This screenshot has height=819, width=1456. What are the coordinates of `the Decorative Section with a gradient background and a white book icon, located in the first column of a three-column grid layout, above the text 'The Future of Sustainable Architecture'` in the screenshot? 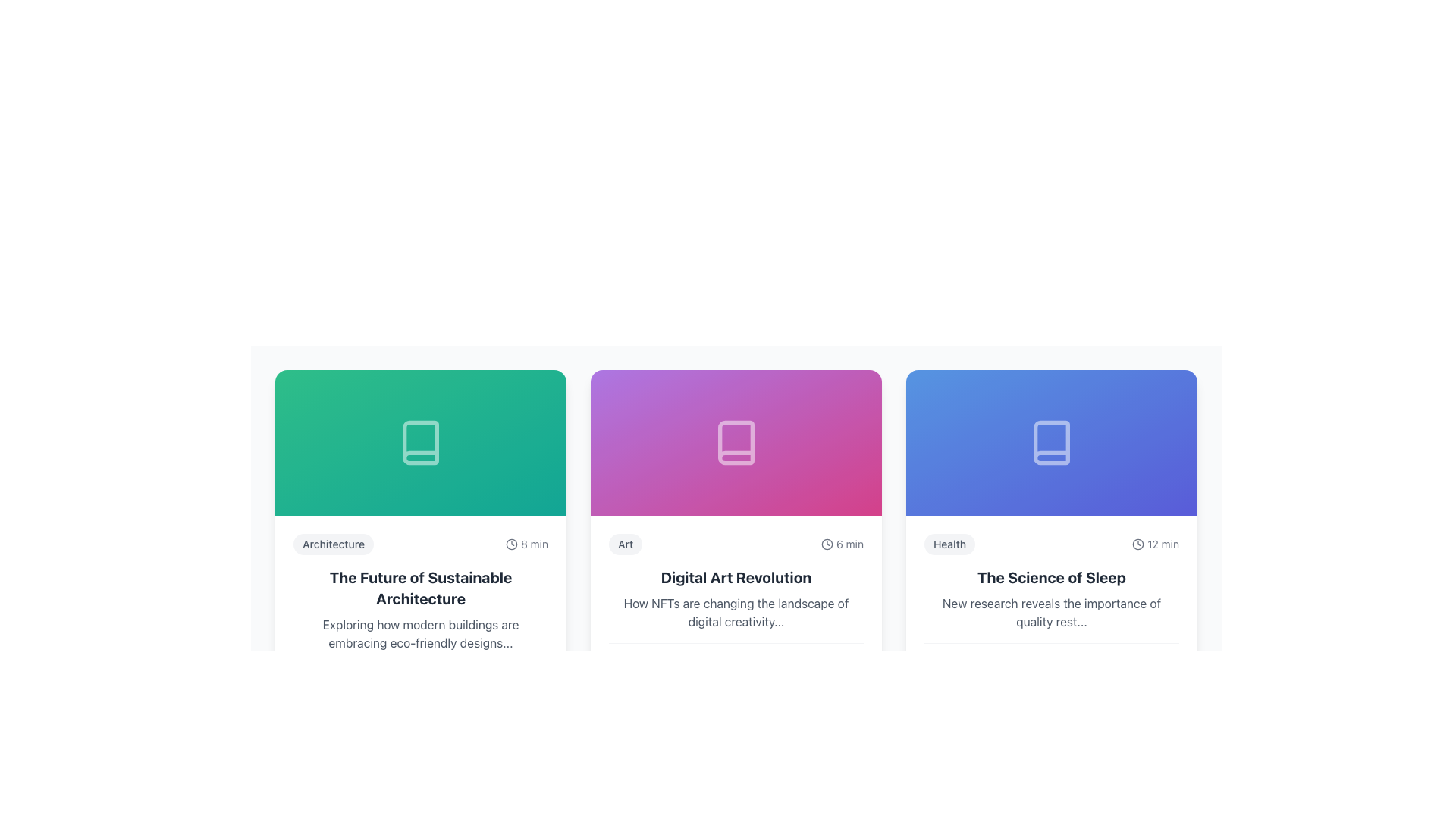 It's located at (421, 442).